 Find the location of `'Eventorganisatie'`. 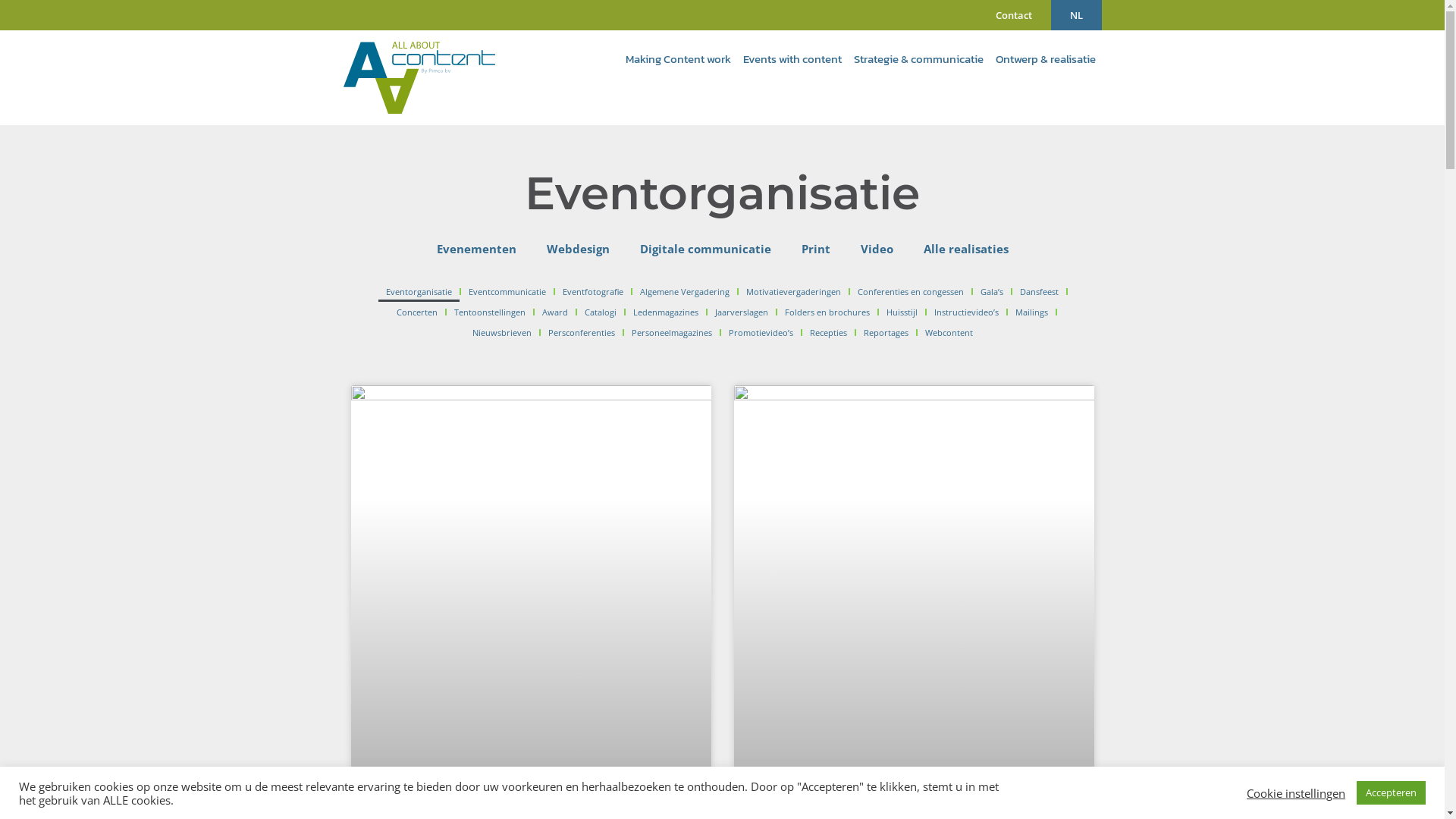

'Eventorganisatie' is located at coordinates (378, 291).